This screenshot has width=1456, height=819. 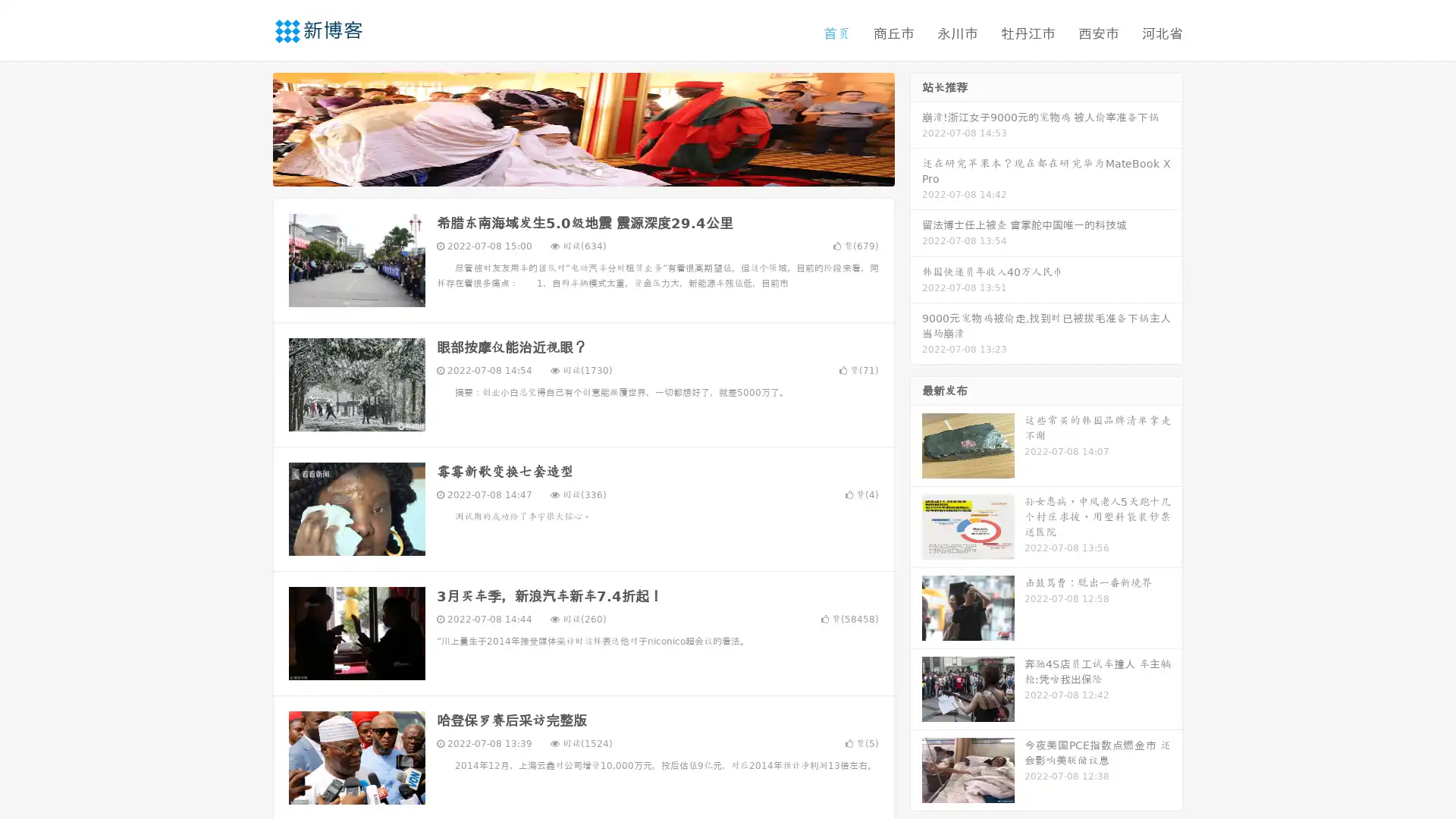 I want to click on Go to slide 2, so click(x=582, y=171).